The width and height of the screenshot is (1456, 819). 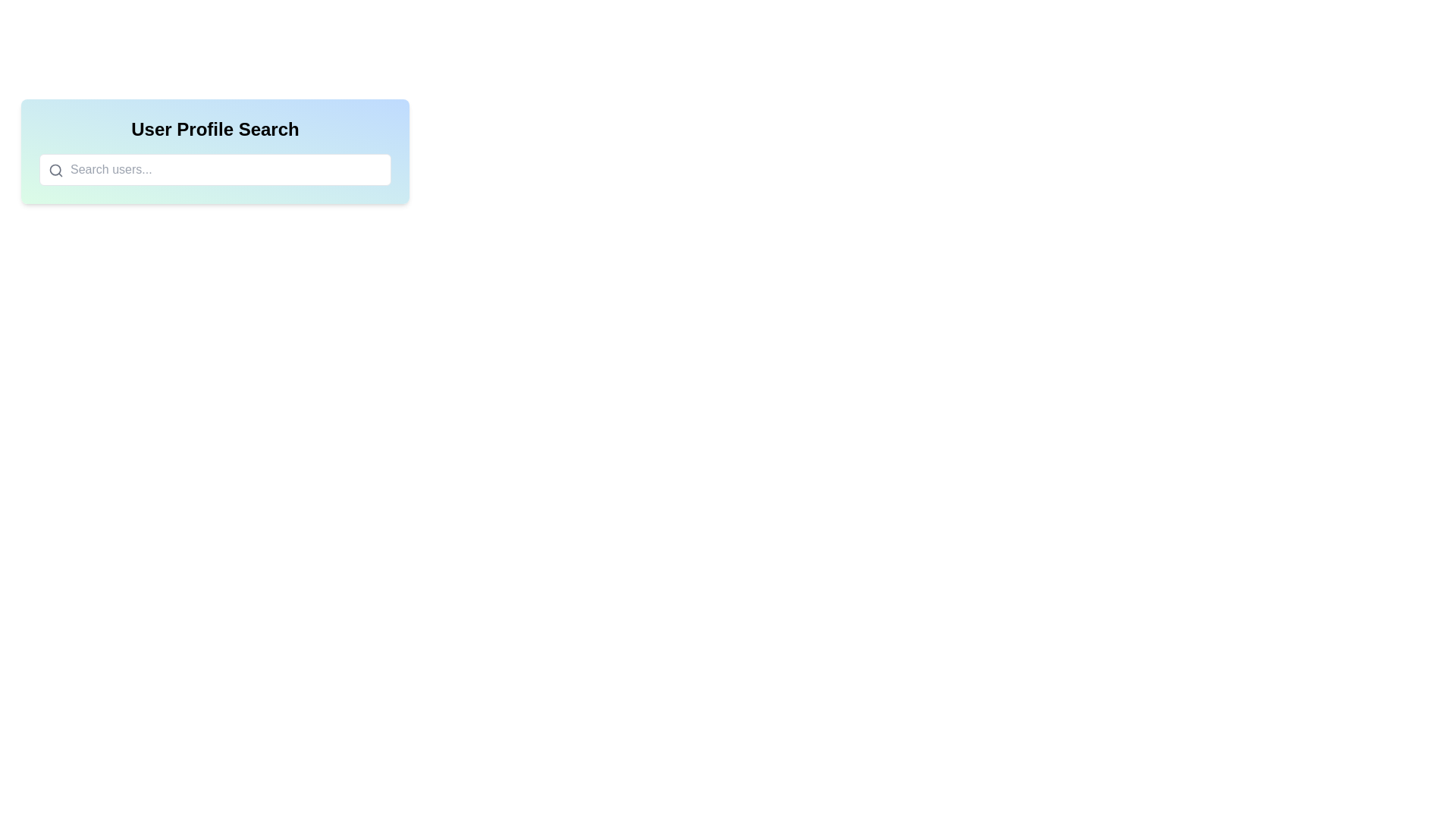 I want to click on the circular icon representing the lens of a magnifying glass, located at the left edge of the search input field, so click(x=55, y=170).